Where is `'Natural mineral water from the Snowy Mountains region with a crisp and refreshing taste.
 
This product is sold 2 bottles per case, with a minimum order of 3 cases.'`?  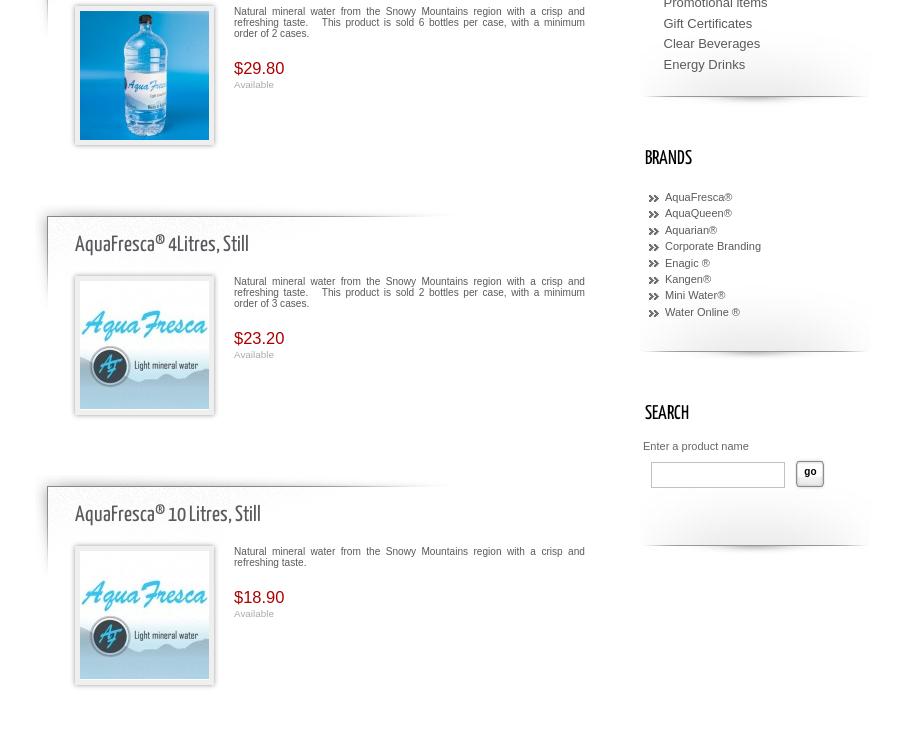
'Natural mineral water from the Snowy Mountains region with a crisp and refreshing taste.
 
This product is sold 2 bottles per case, with a minimum order of 3 cases.' is located at coordinates (409, 290).